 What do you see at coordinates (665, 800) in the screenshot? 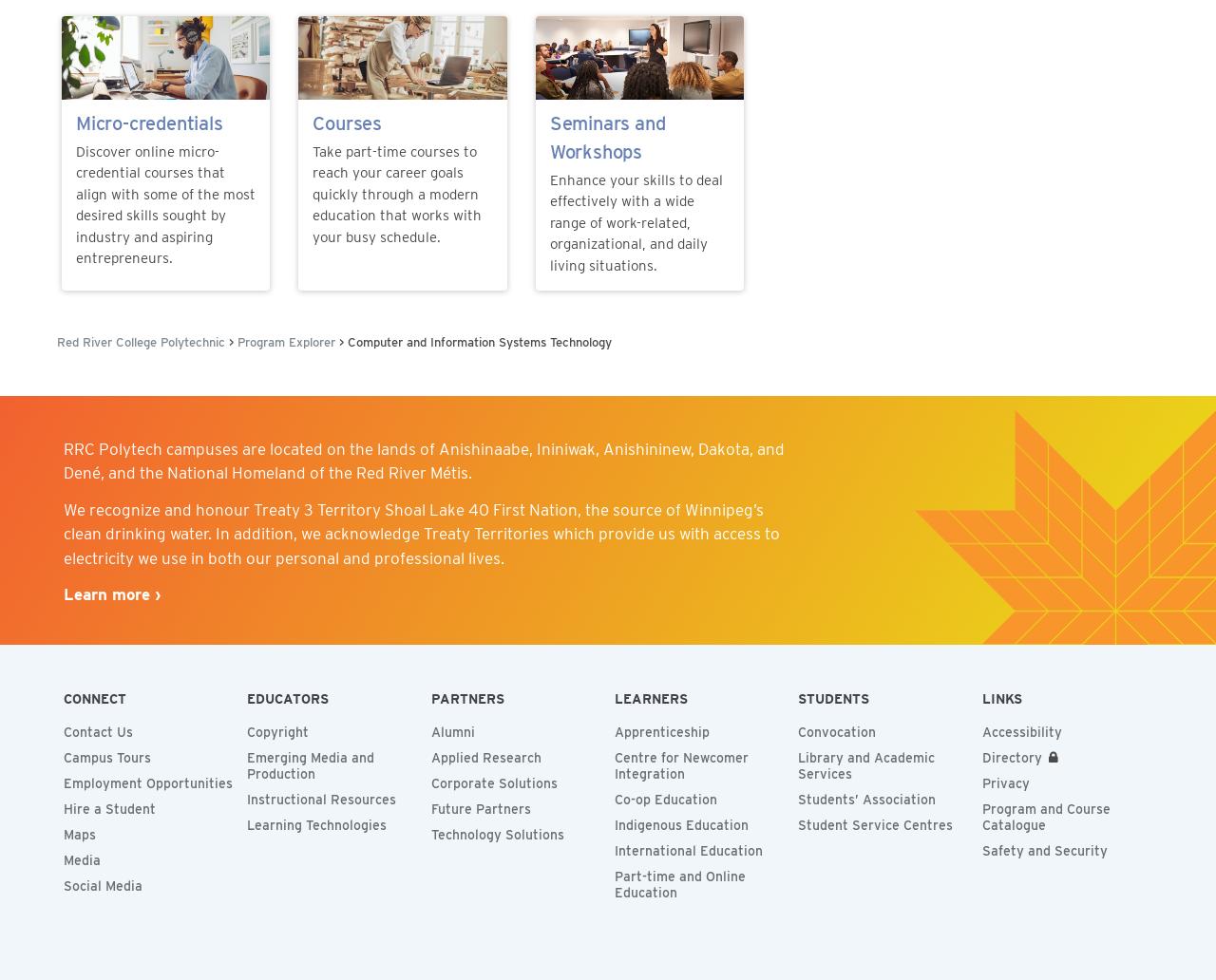
I see `'Co-op Education'` at bounding box center [665, 800].